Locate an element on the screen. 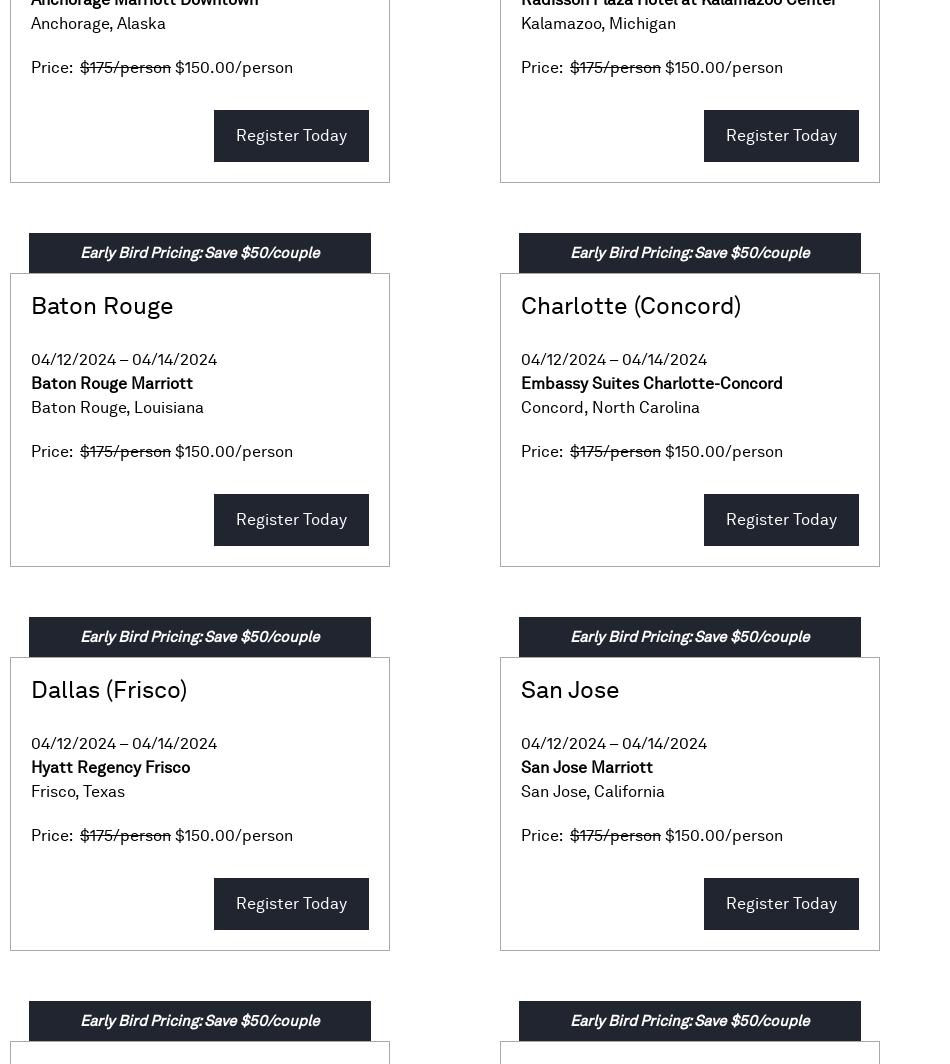  'Kalamazoo' is located at coordinates (520, 23).